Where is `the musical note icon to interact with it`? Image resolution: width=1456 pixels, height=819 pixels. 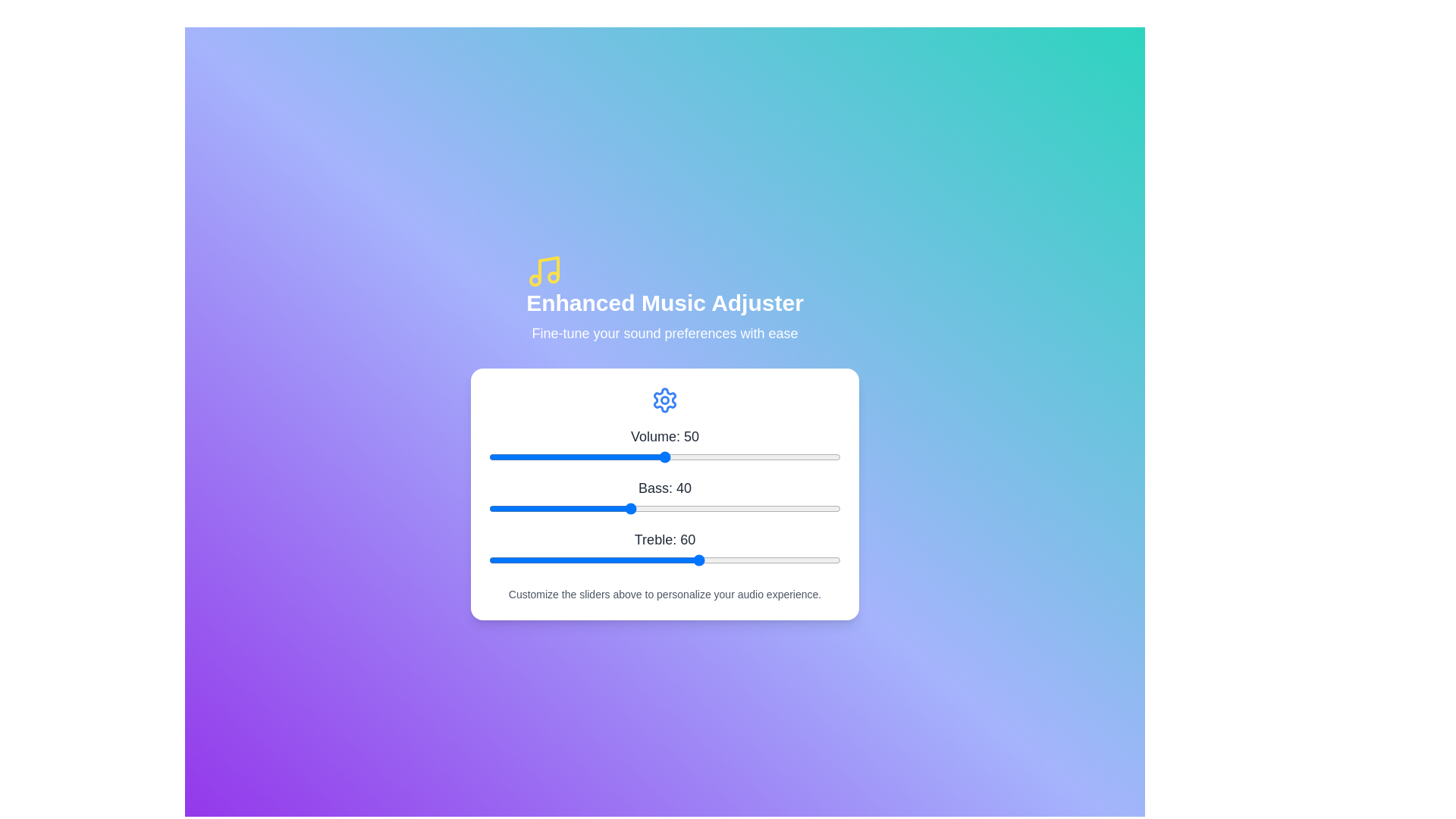
the musical note icon to interact with it is located at coordinates (544, 271).